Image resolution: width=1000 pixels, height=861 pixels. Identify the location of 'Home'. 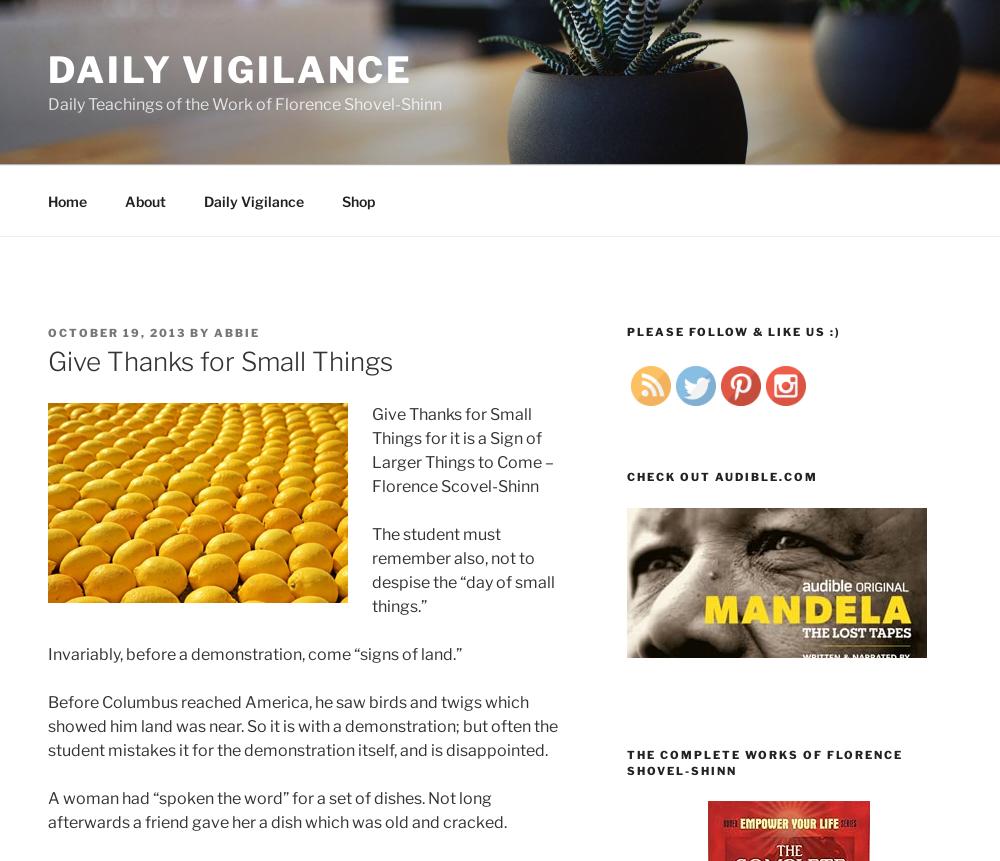
(65, 199).